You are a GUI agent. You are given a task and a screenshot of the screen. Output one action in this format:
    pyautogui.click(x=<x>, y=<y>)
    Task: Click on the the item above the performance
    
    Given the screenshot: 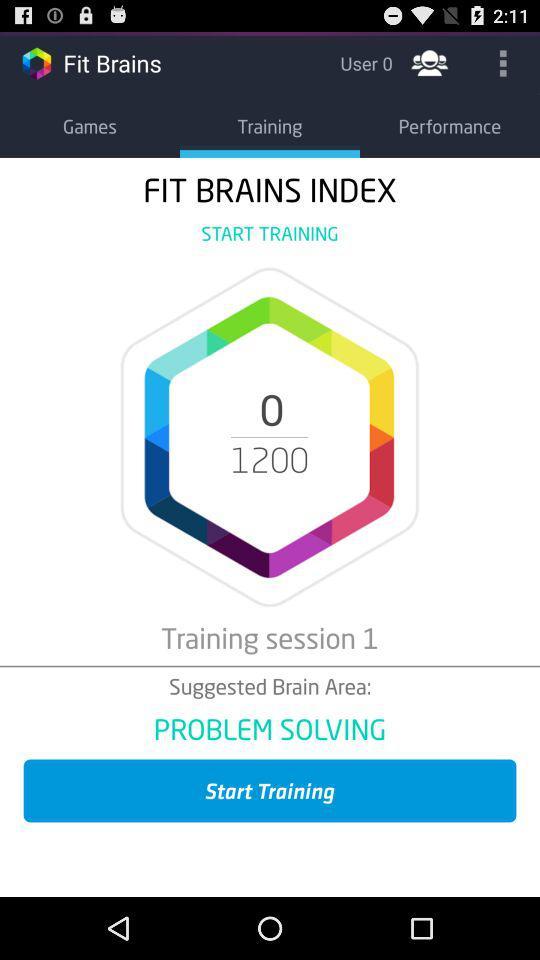 What is the action you would take?
    pyautogui.click(x=502, y=62)
    